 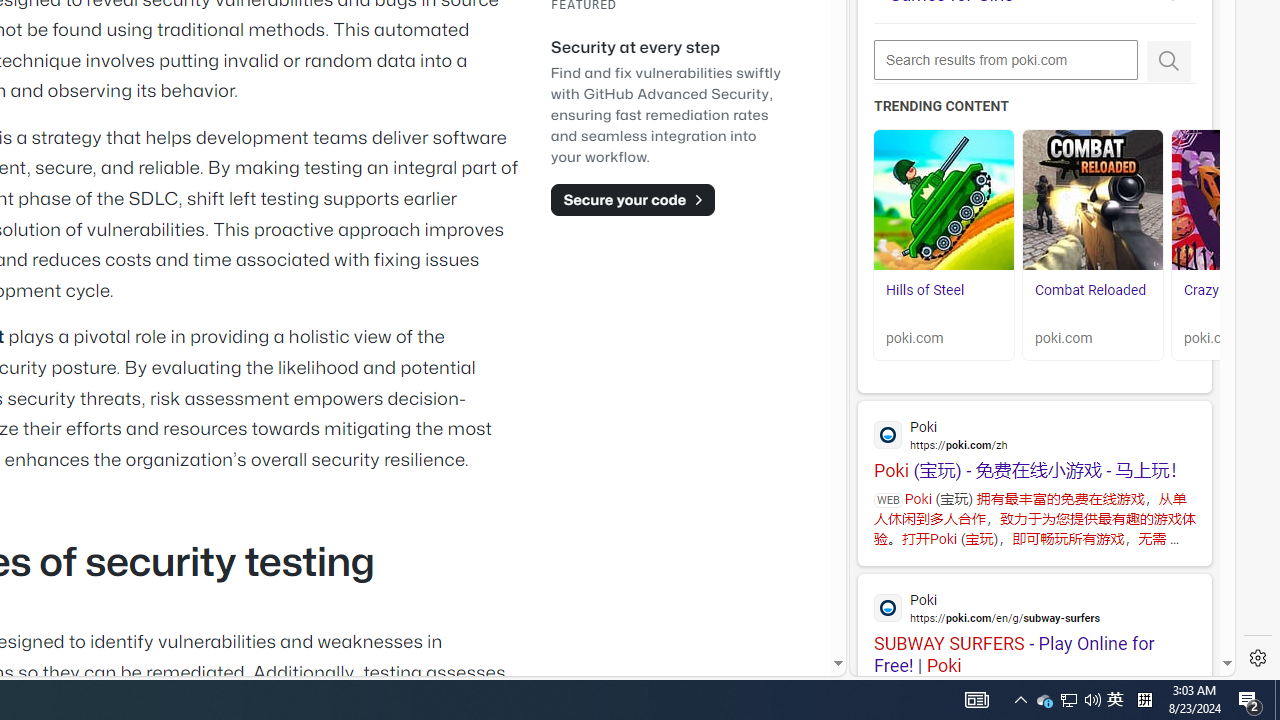 What do you see at coordinates (943, 200) in the screenshot?
I see `'Hills of Steel'` at bounding box center [943, 200].